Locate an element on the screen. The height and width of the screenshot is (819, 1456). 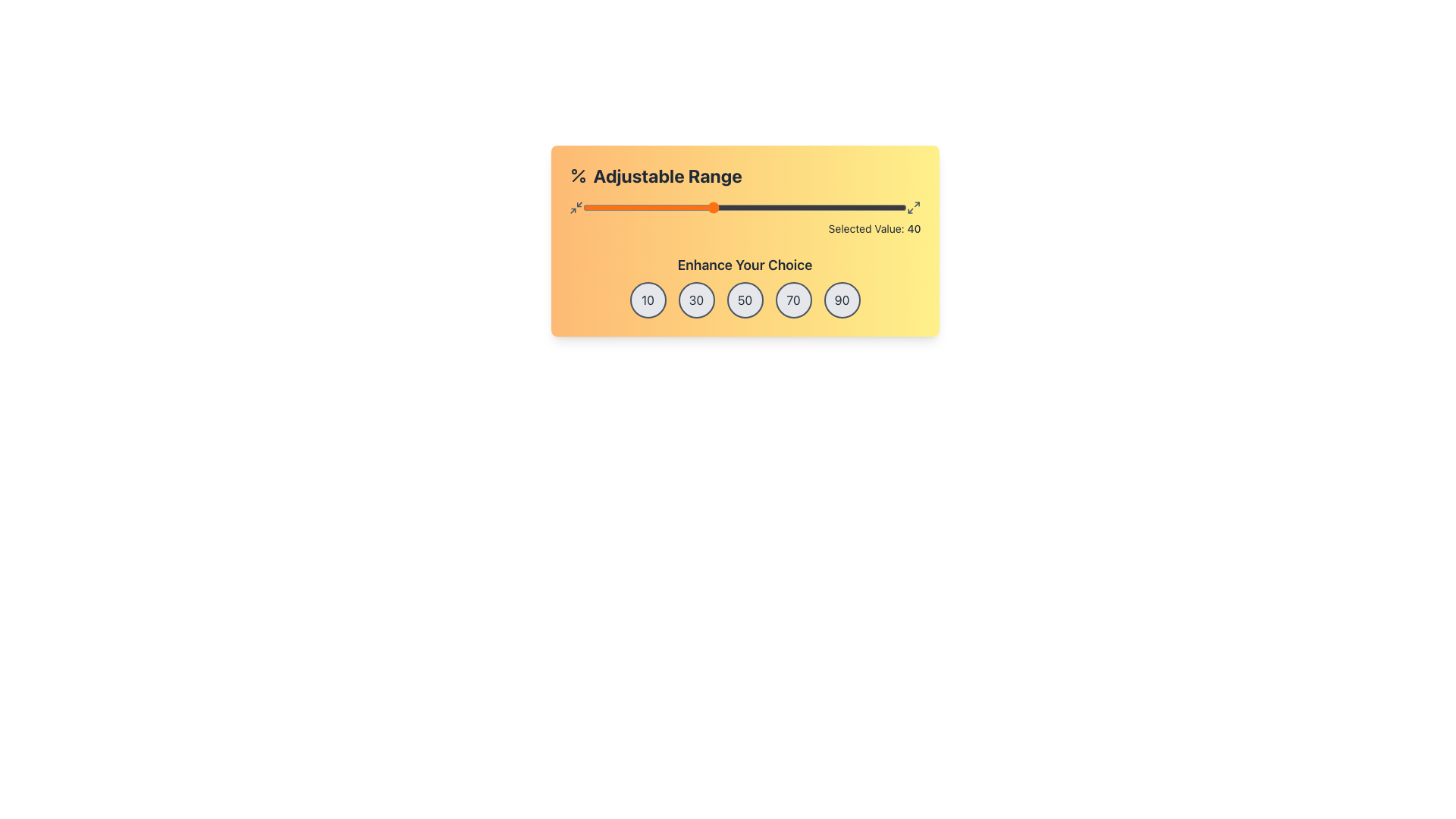
the slider value is located at coordinates (897, 207).